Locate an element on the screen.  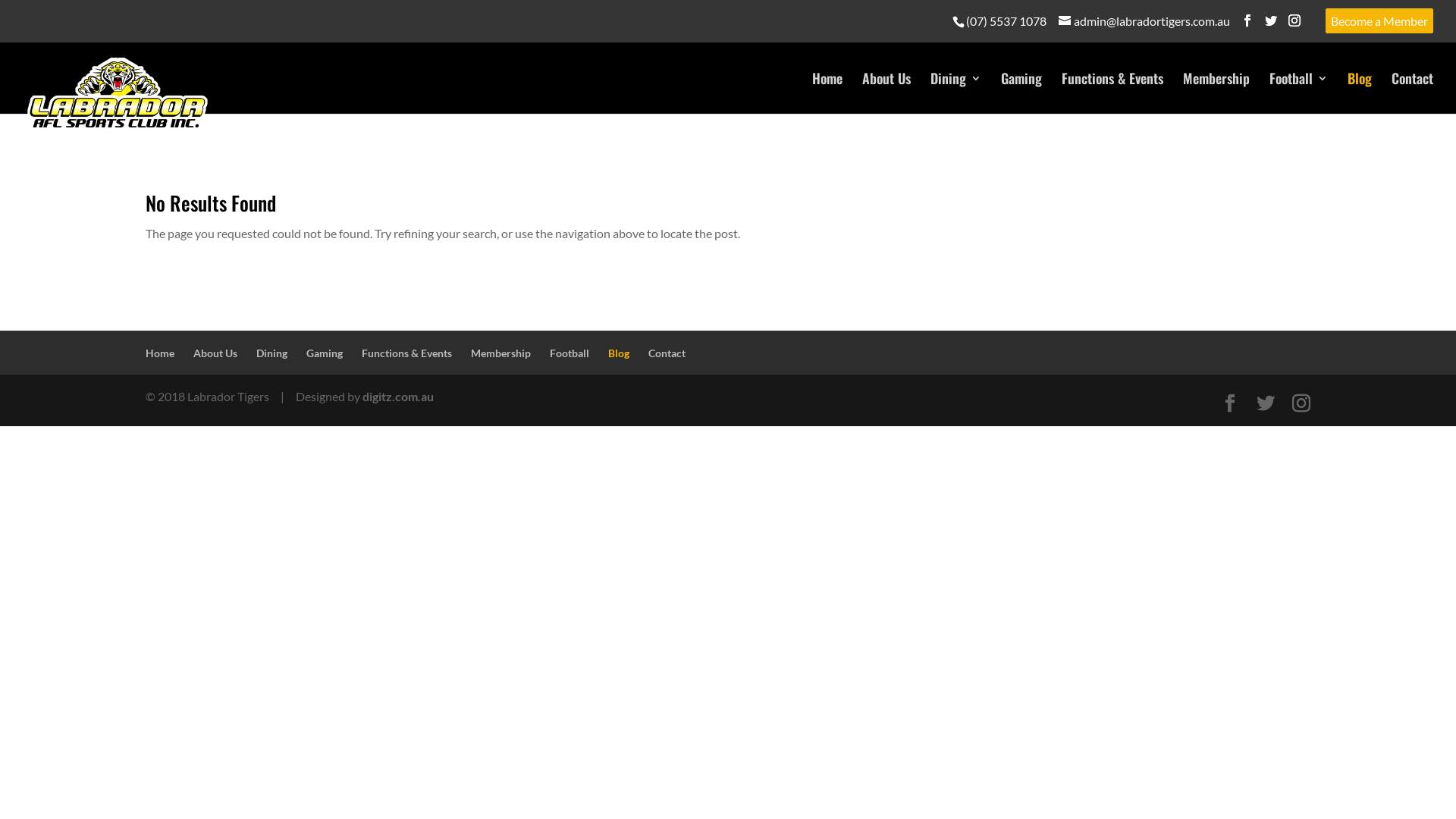
'Become a Member' is located at coordinates (1379, 20).